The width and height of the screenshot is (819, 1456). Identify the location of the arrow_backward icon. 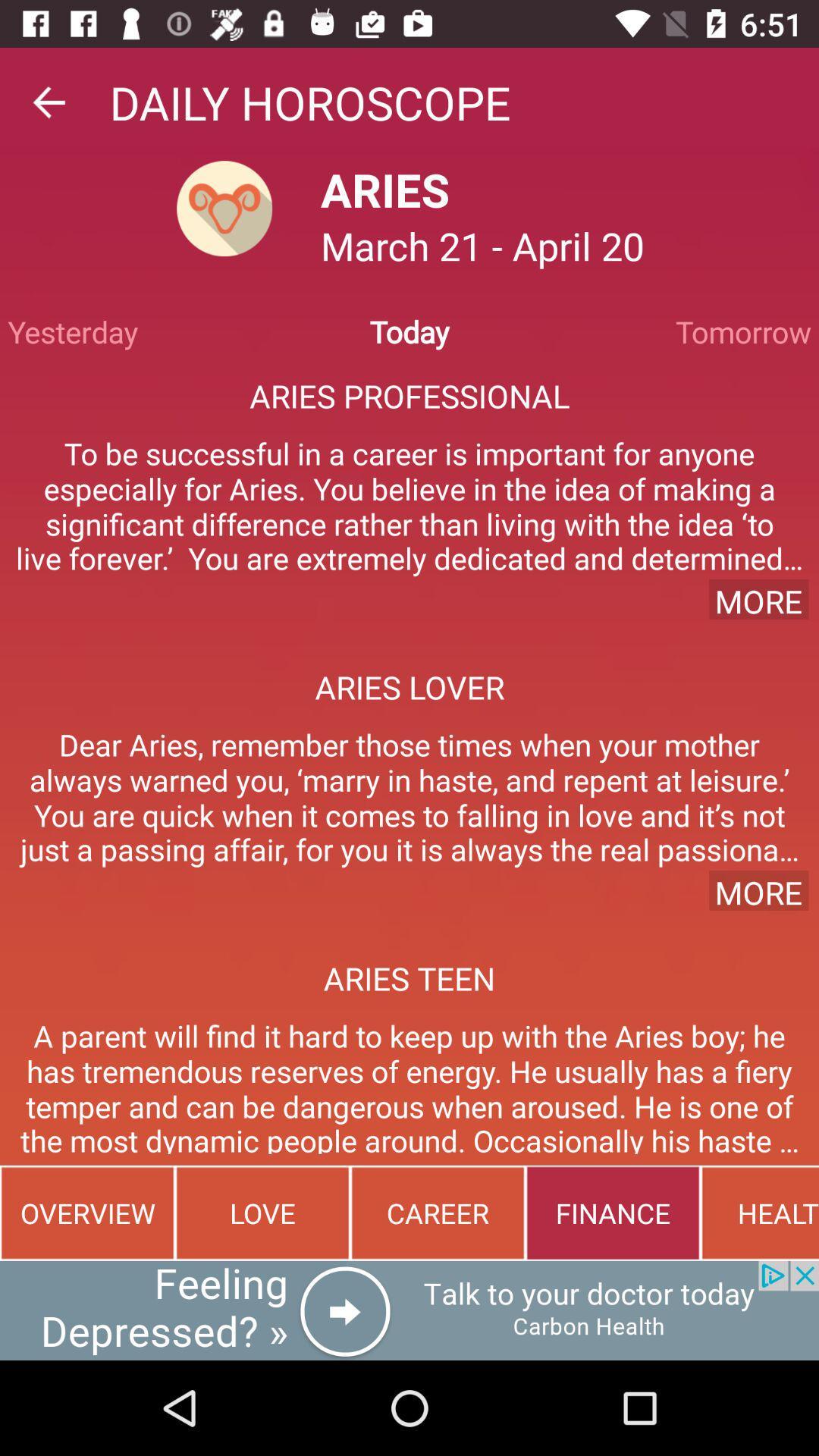
(48, 102).